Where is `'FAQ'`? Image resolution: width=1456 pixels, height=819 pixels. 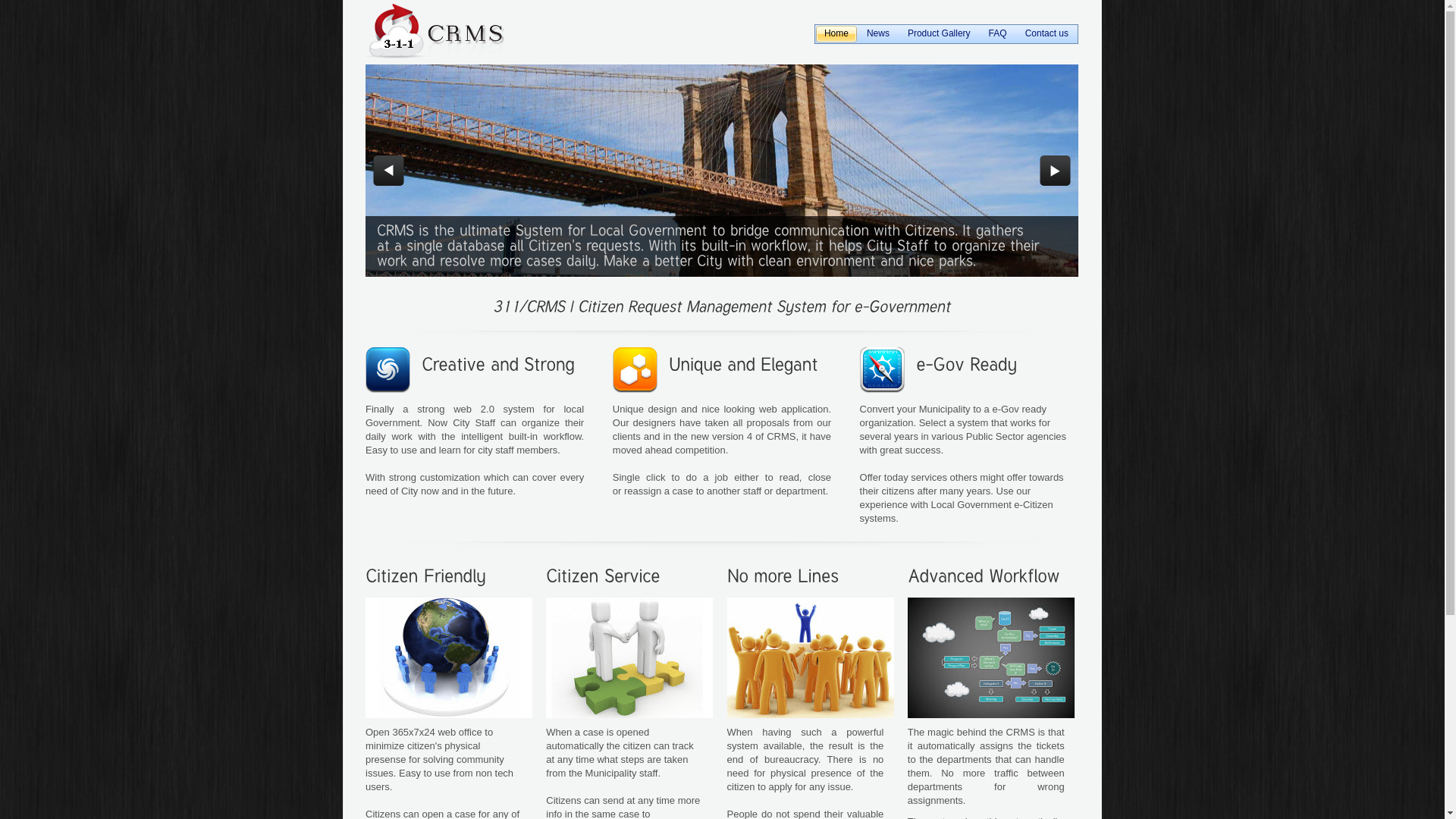
'FAQ' is located at coordinates (979, 34).